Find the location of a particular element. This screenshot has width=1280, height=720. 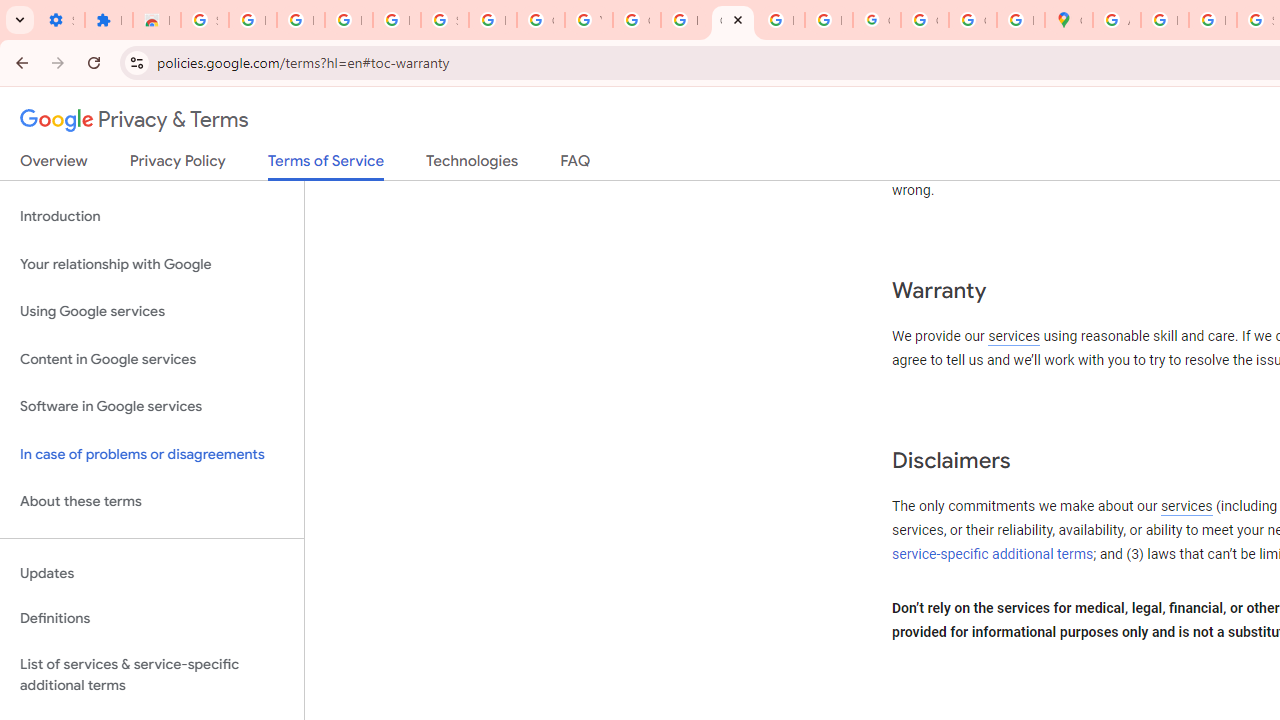

'Extensions' is located at coordinates (107, 20).